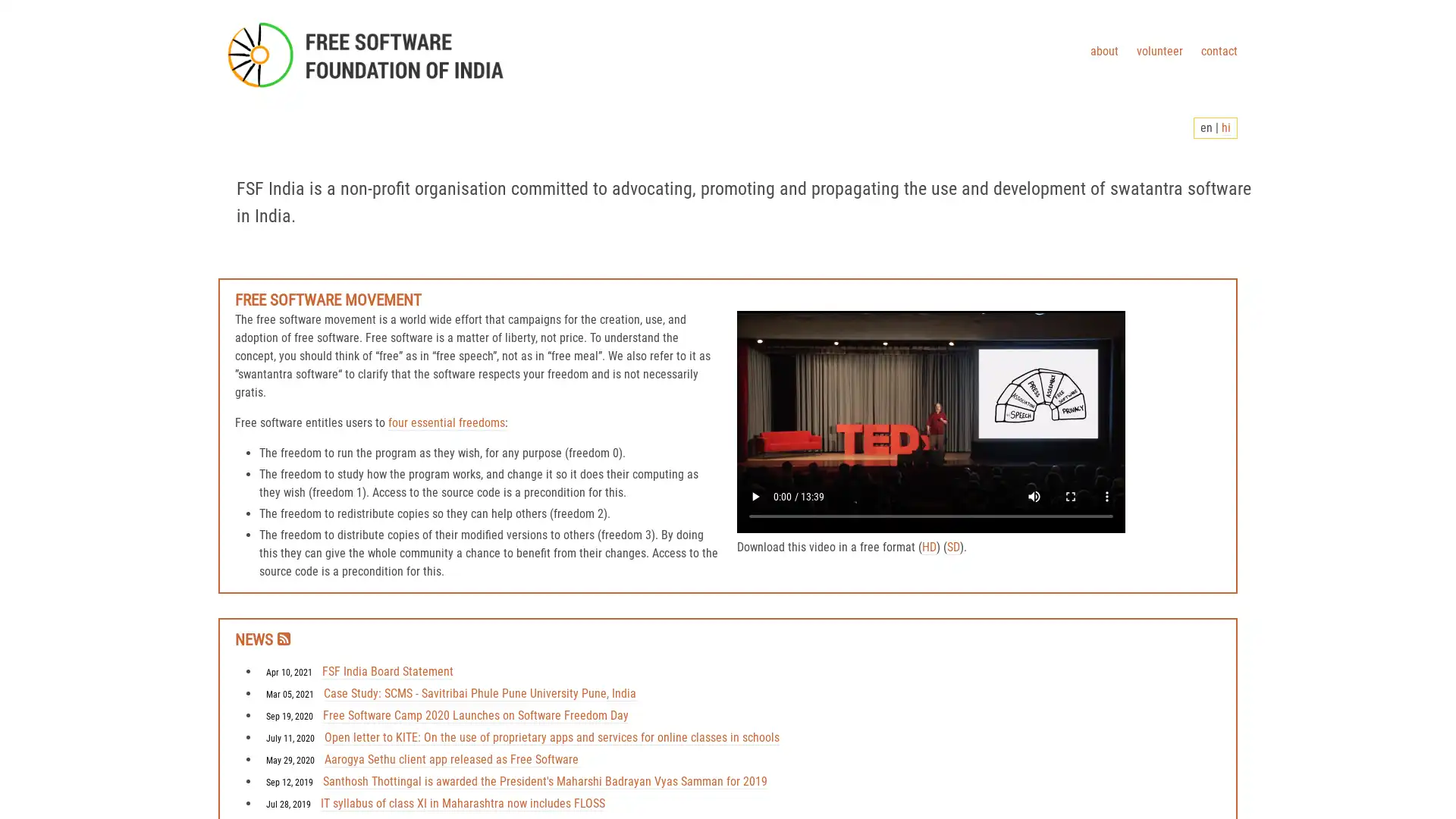 This screenshot has width=1456, height=819. I want to click on mute, so click(1033, 497).